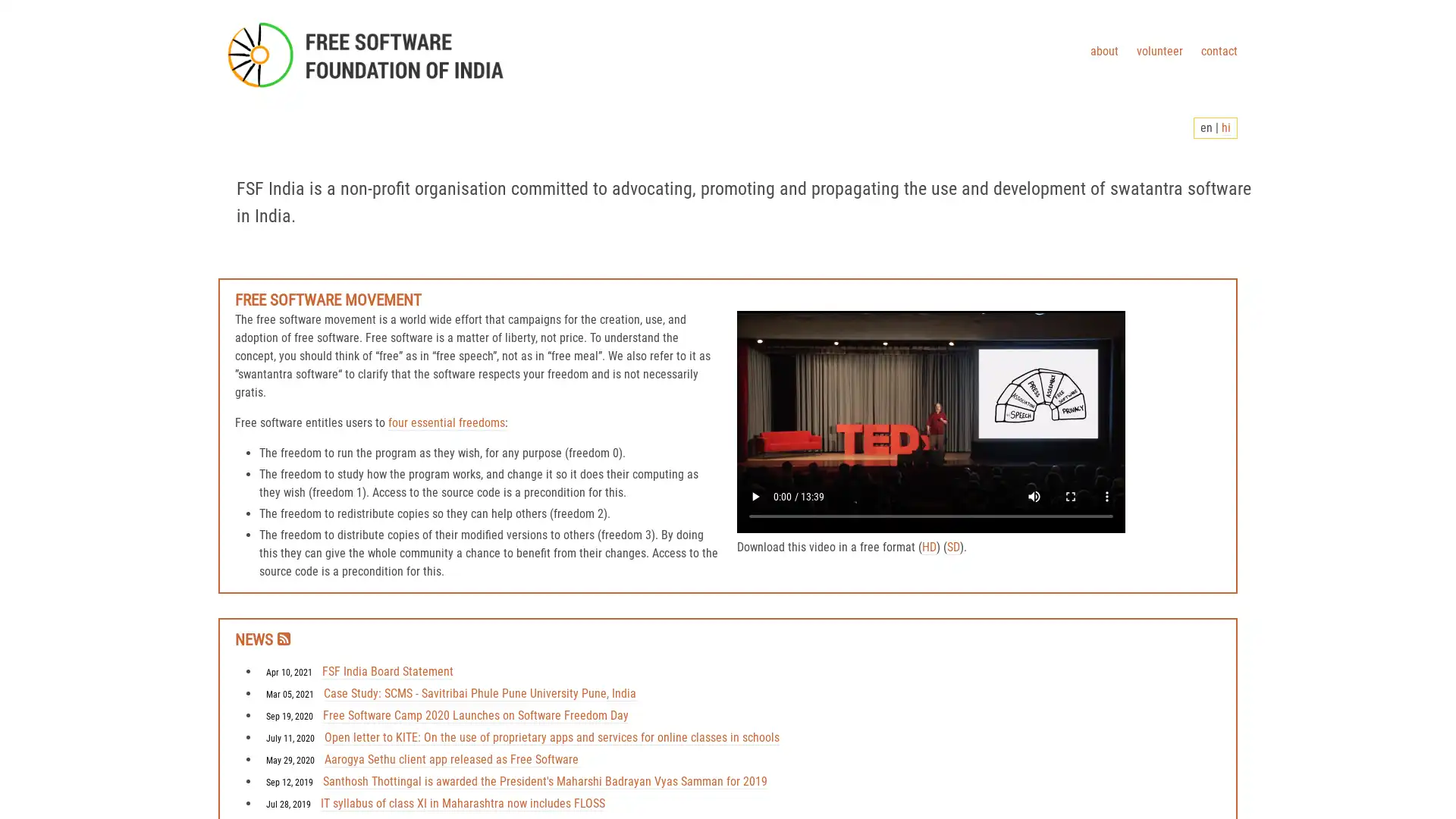 This screenshot has width=1456, height=819. I want to click on mute, so click(1033, 497).